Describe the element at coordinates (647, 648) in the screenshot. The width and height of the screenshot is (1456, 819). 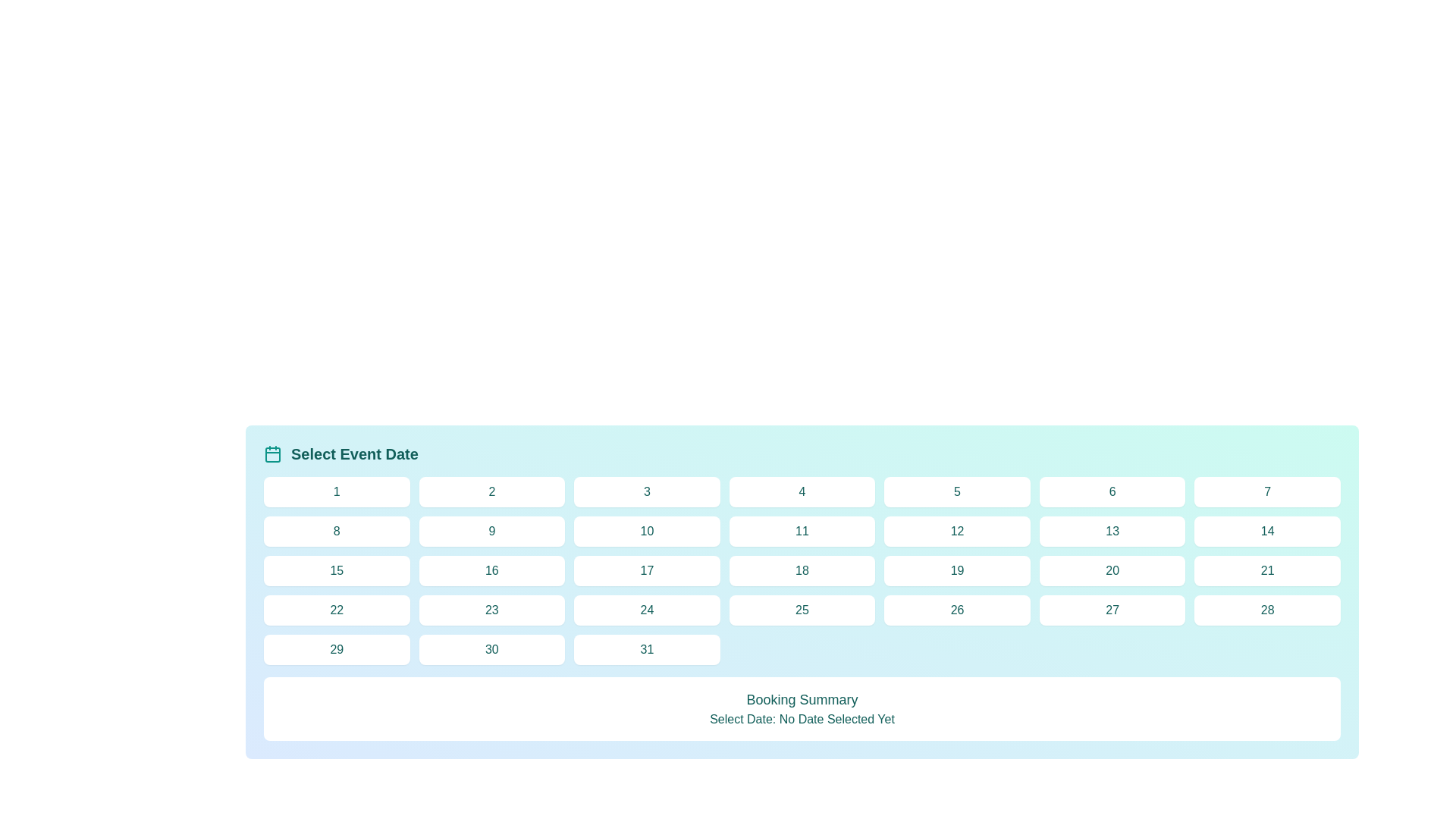
I see `the button displaying the numeric text '31' which has a teal-colored text on a white background, located in the last column of the grid layout` at that location.